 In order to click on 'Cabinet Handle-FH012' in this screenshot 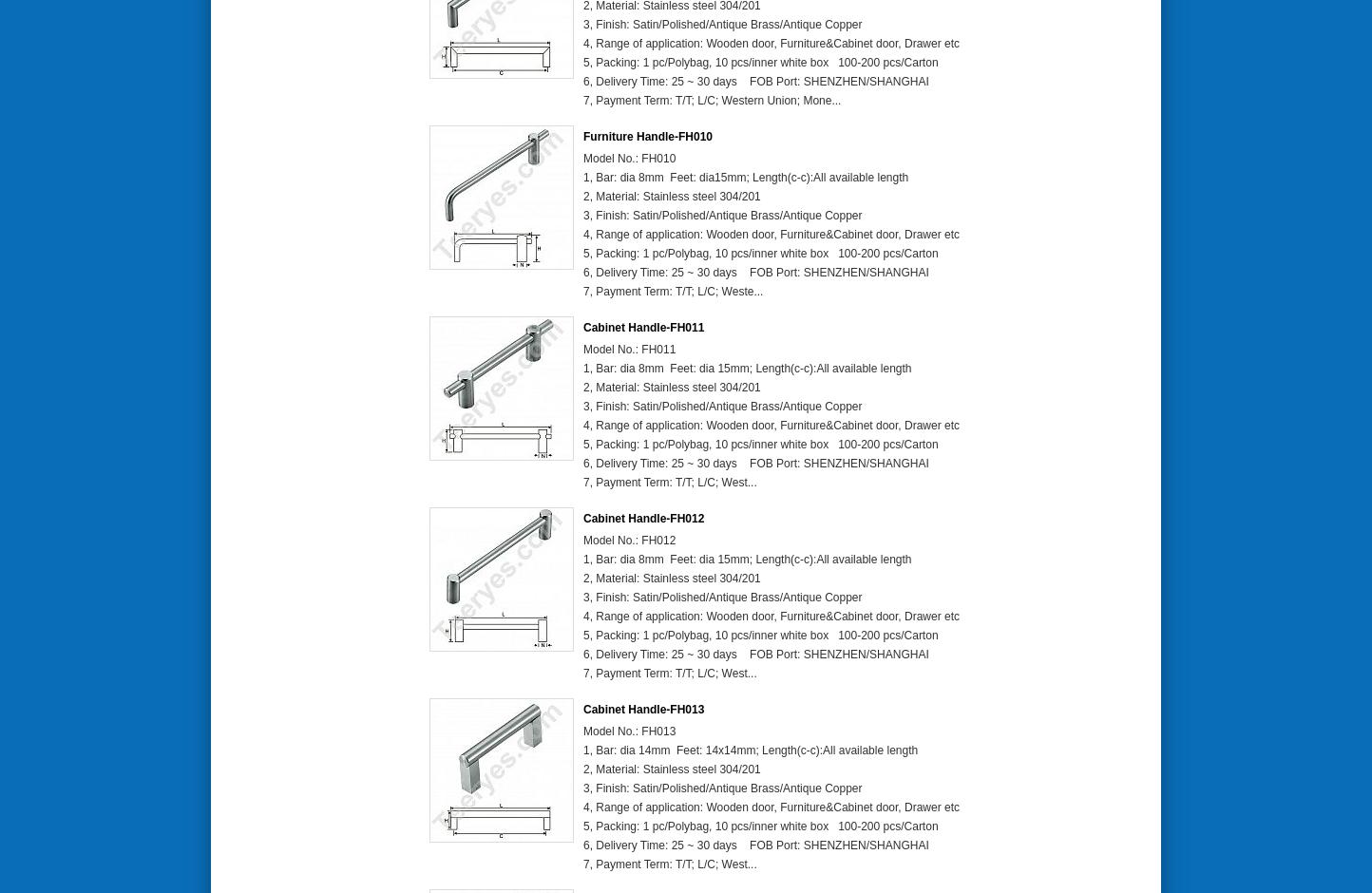, I will do `click(582, 518)`.